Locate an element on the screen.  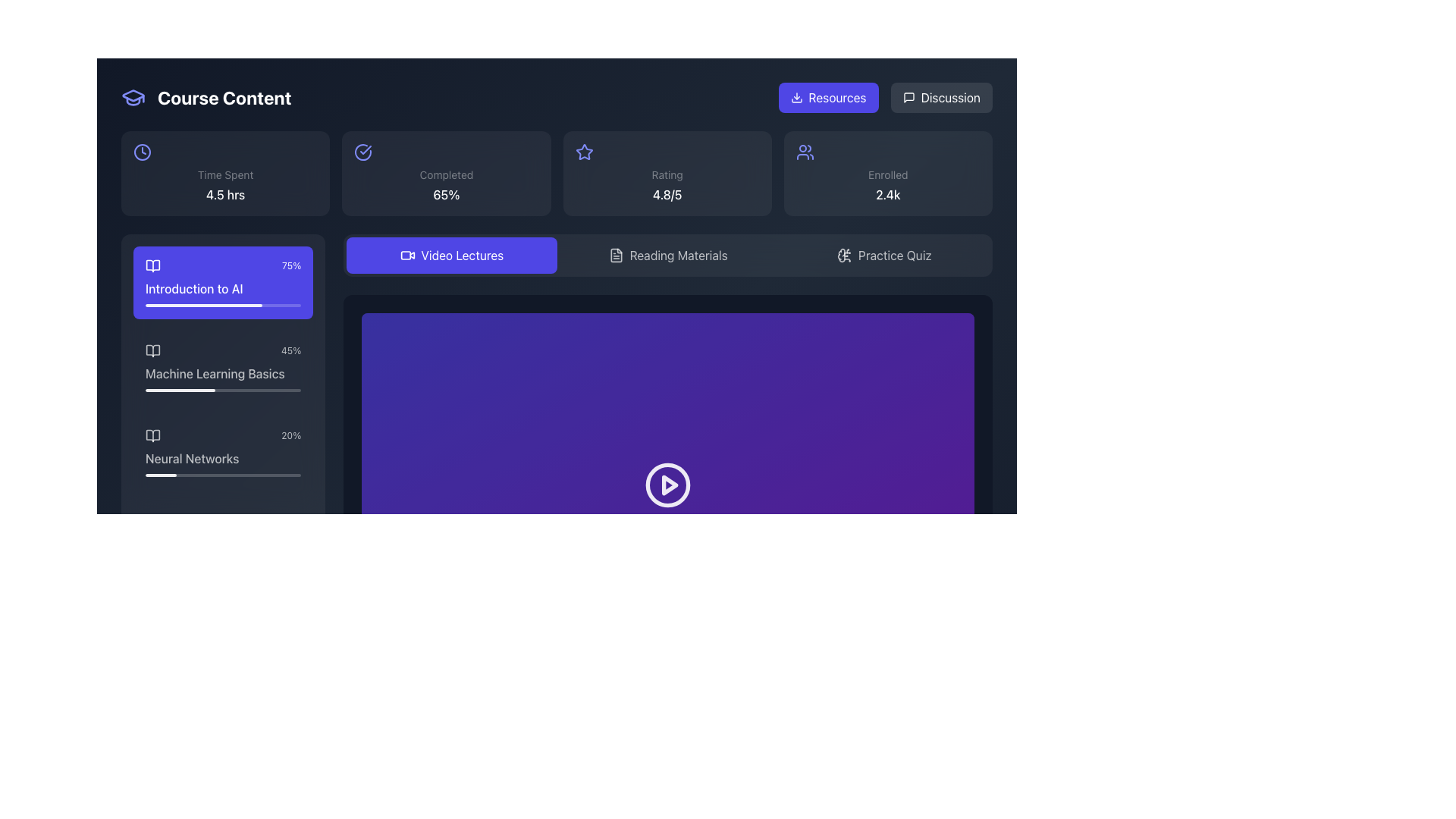
the displayed percentage on the informational card, which shows '65%' in bold white font, located in the second column of the top row of the card grid is located at coordinates (445, 172).